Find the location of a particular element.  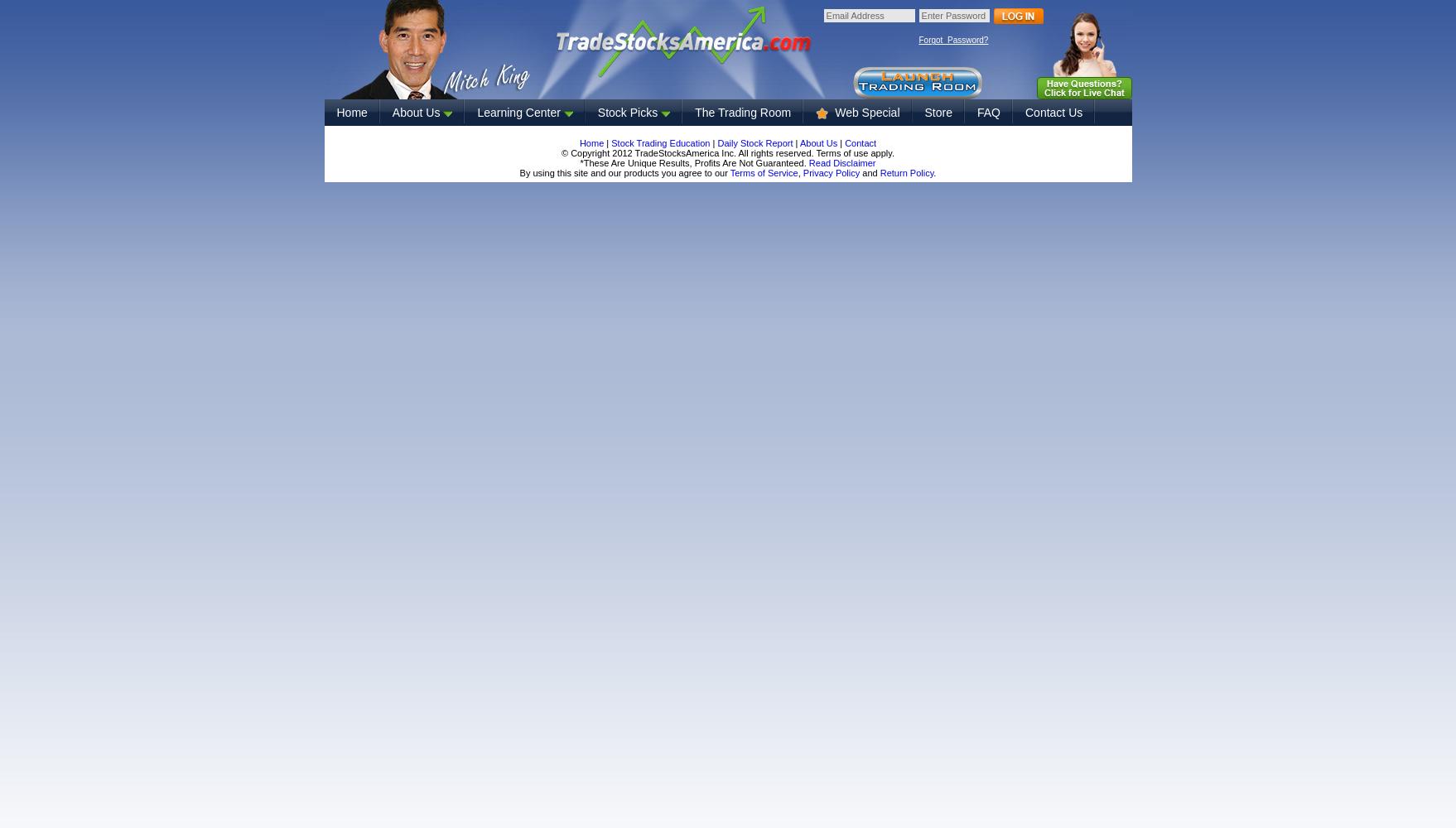

'Contact' is located at coordinates (859, 143).